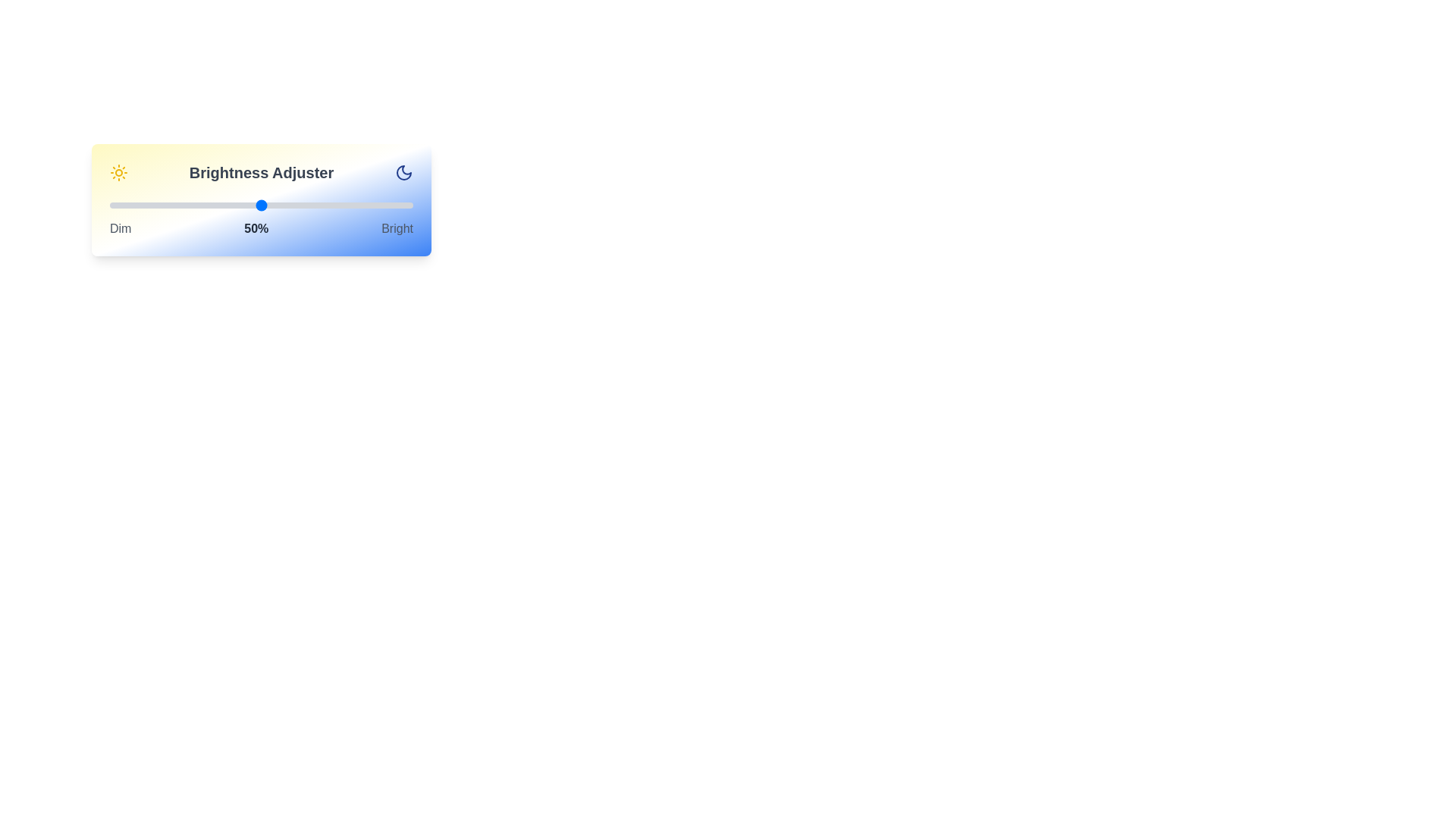 Image resolution: width=1456 pixels, height=819 pixels. What do you see at coordinates (146, 205) in the screenshot?
I see `the brightness slider to 12% to observe the gradient background changes` at bounding box center [146, 205].